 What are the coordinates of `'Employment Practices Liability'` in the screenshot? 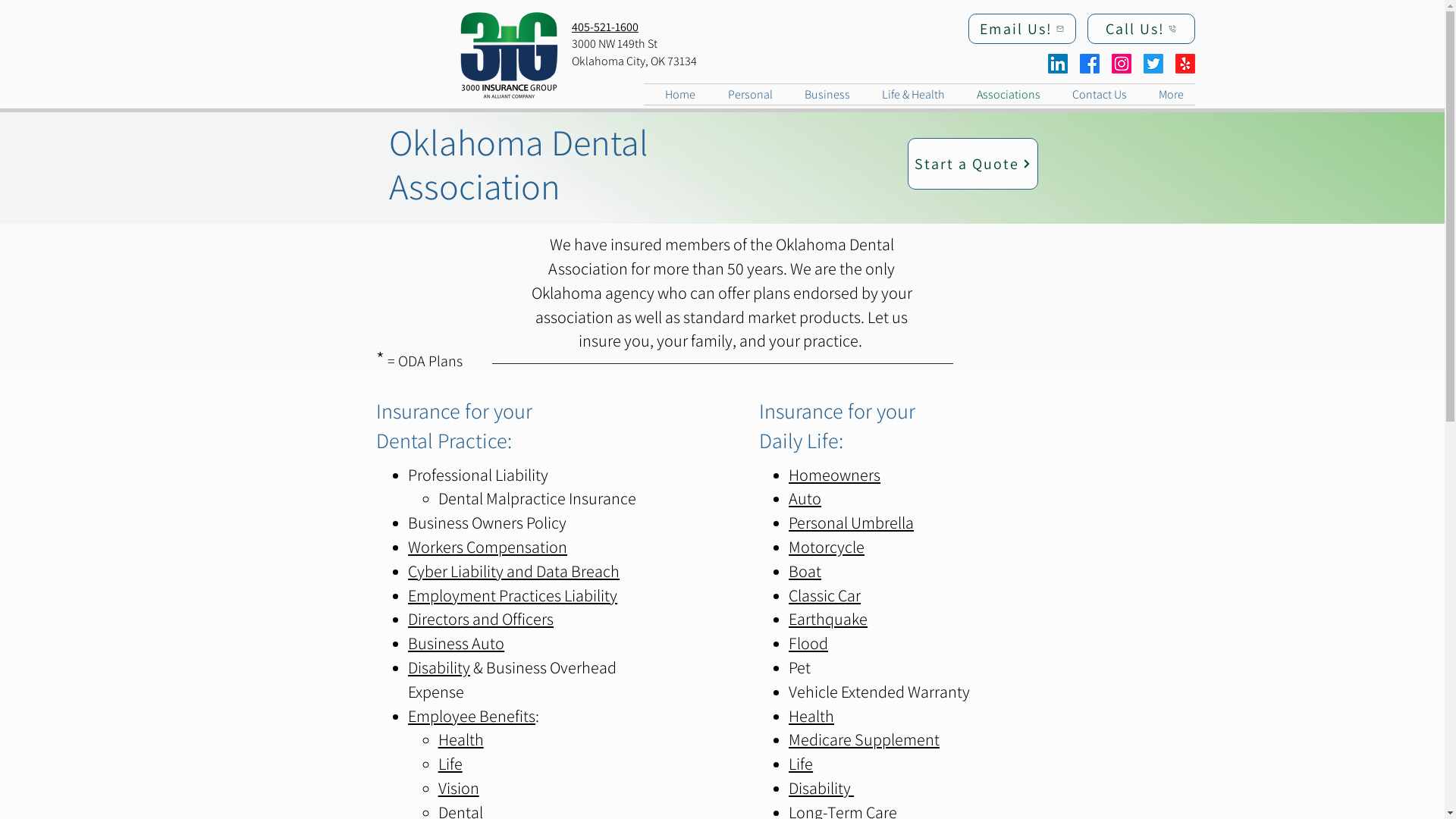 It's located at (407, 595).